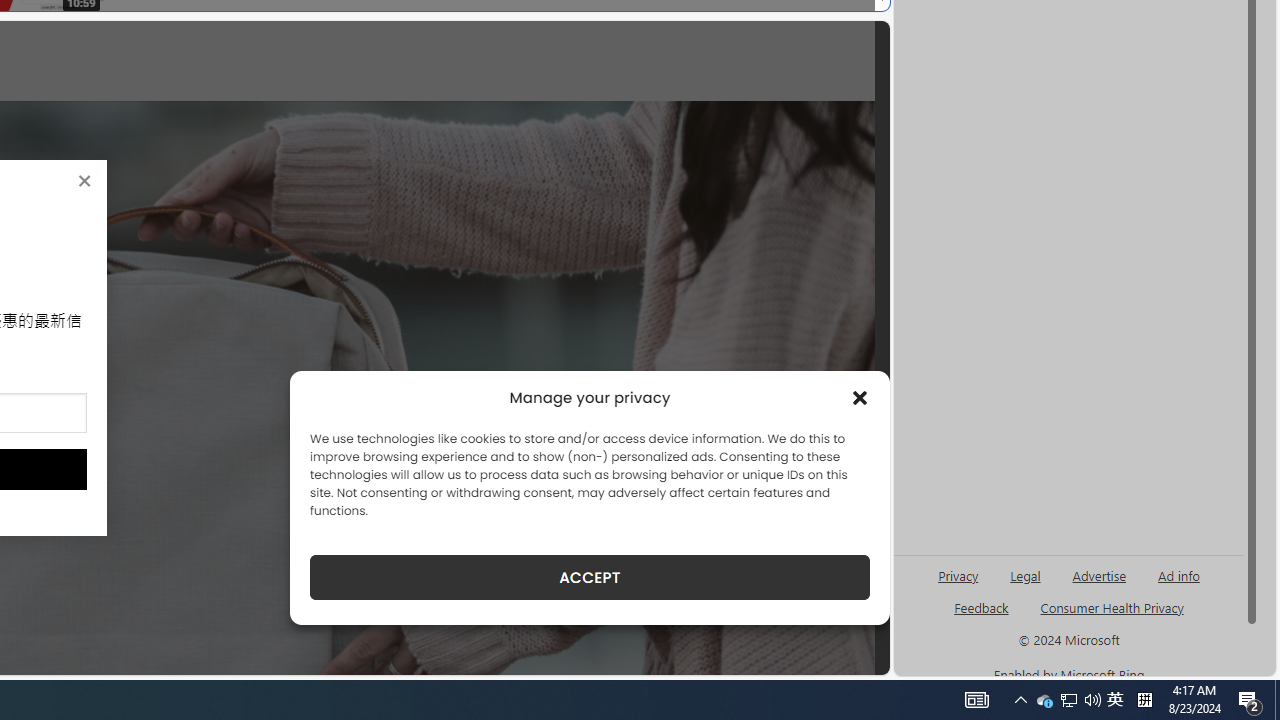  Describe the element at coordinates (589, 577) in the screenshot. I see `'ACCEPT'` at that location.